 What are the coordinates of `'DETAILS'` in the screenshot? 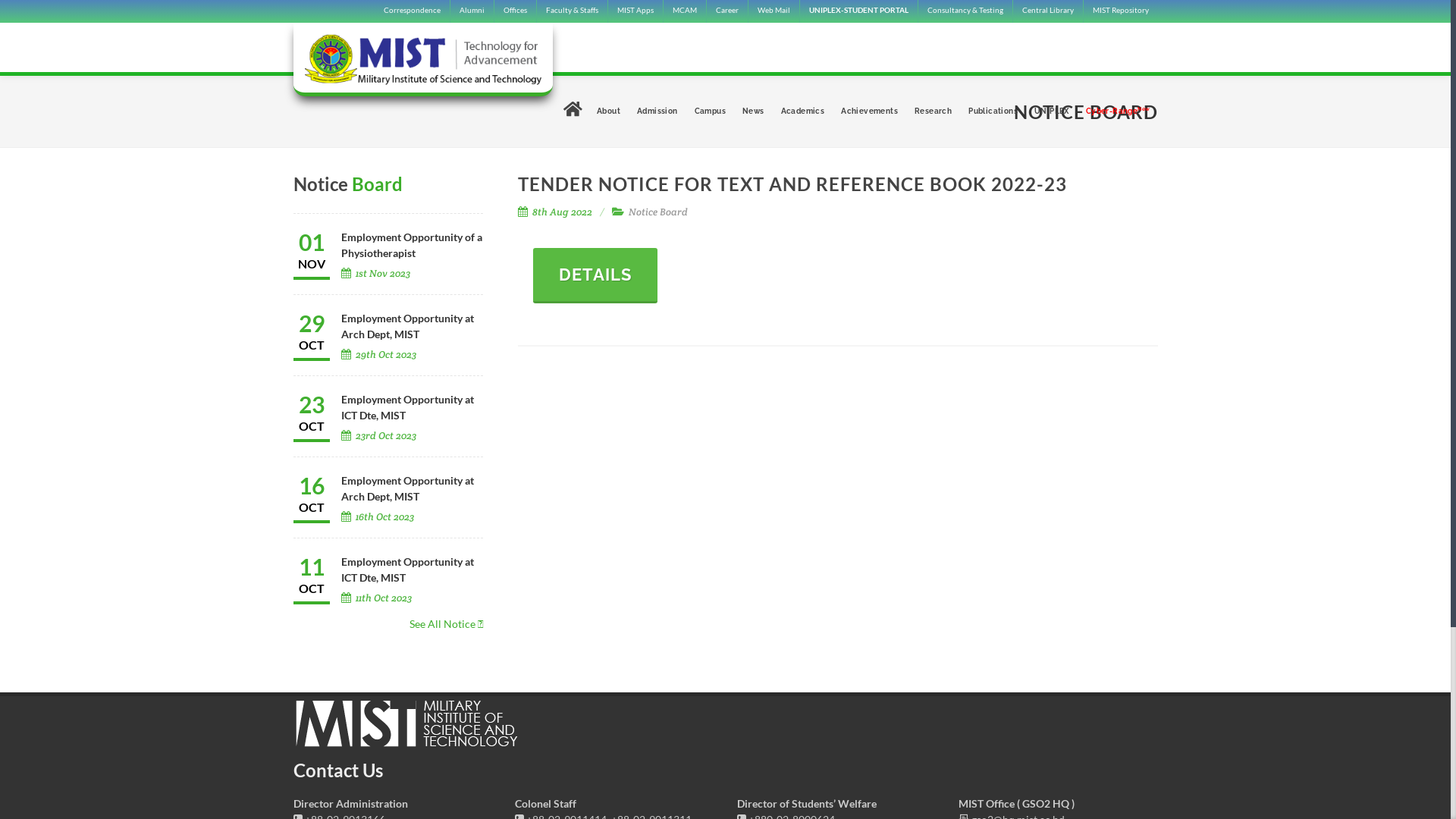 It's located at (532, 275).